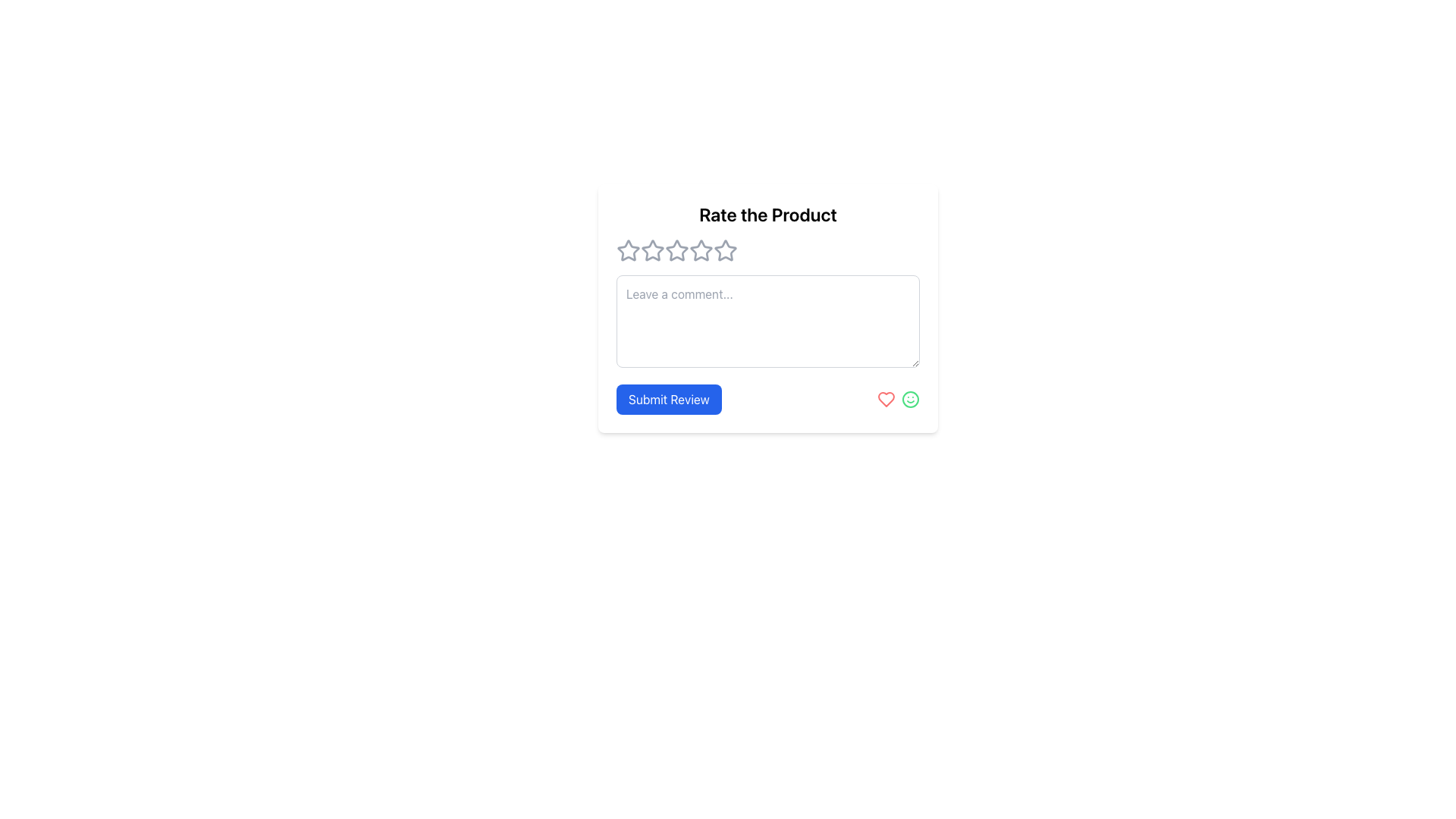 The image size is (1456, 819). What do you see at coordinates (910, 399) in the screenshot?
I see `the outermost circle of the smiling face icon, which is part of a grouped SVG illustration at the bottom-right corner of the review submission interface` at bounding box center [910, 399].